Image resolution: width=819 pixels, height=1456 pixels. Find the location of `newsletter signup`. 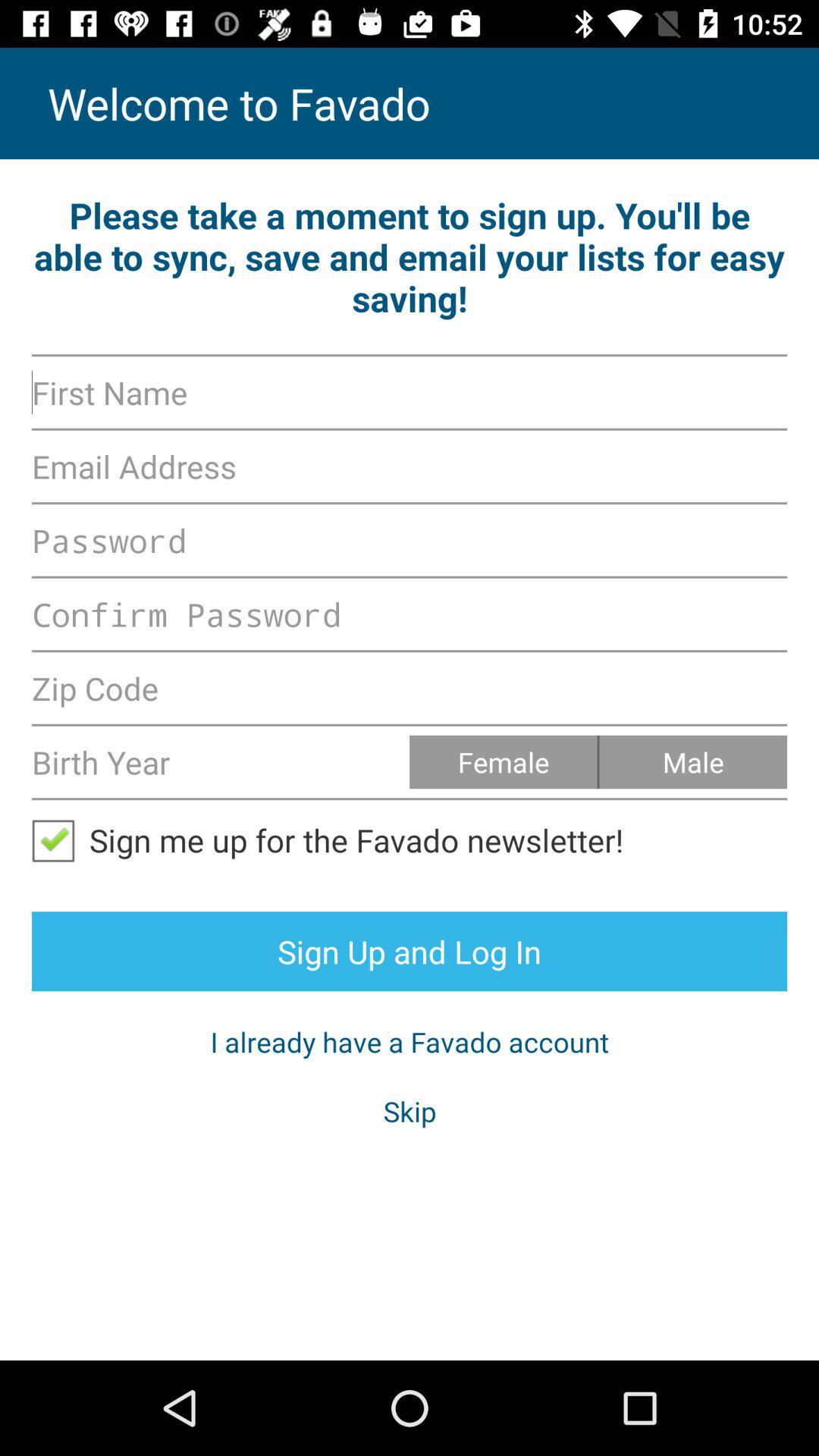

newsletter signup is located at coordinates (59, 839).